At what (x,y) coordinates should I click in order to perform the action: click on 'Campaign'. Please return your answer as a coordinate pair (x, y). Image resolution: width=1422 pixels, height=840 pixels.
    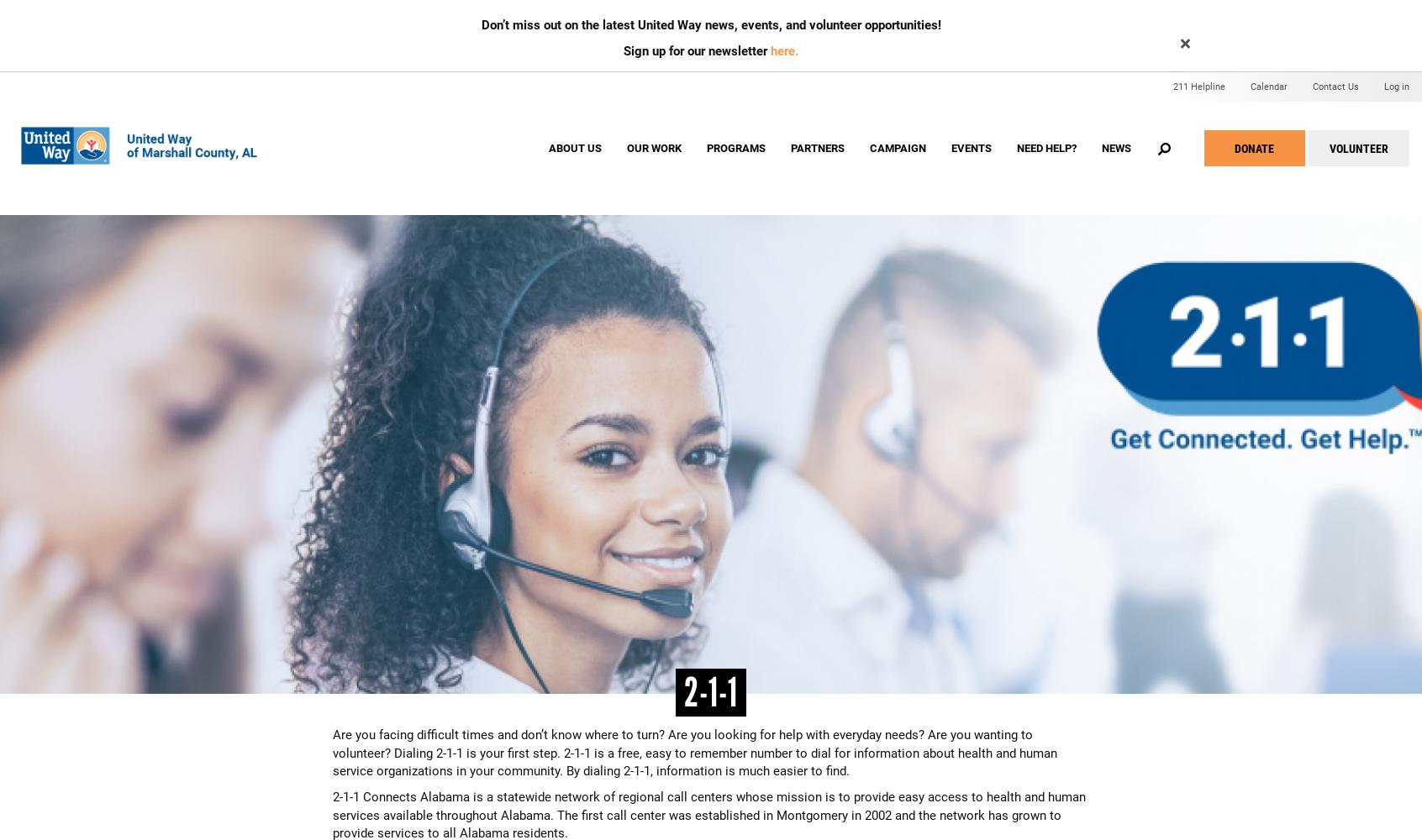
    Looking at the image, I should click on (897, 148).